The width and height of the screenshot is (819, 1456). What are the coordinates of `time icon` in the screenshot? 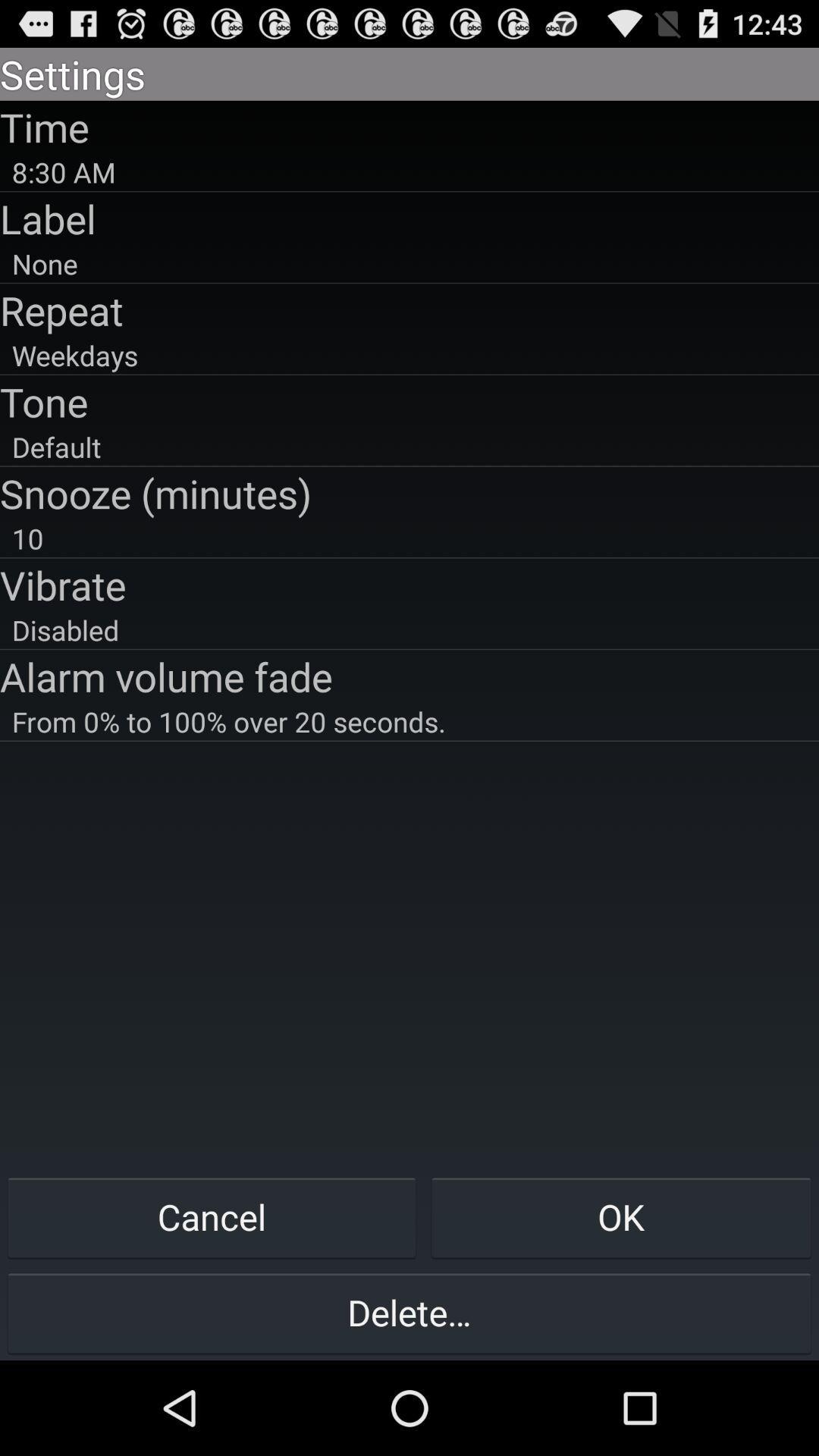 It's located at (409, 127).